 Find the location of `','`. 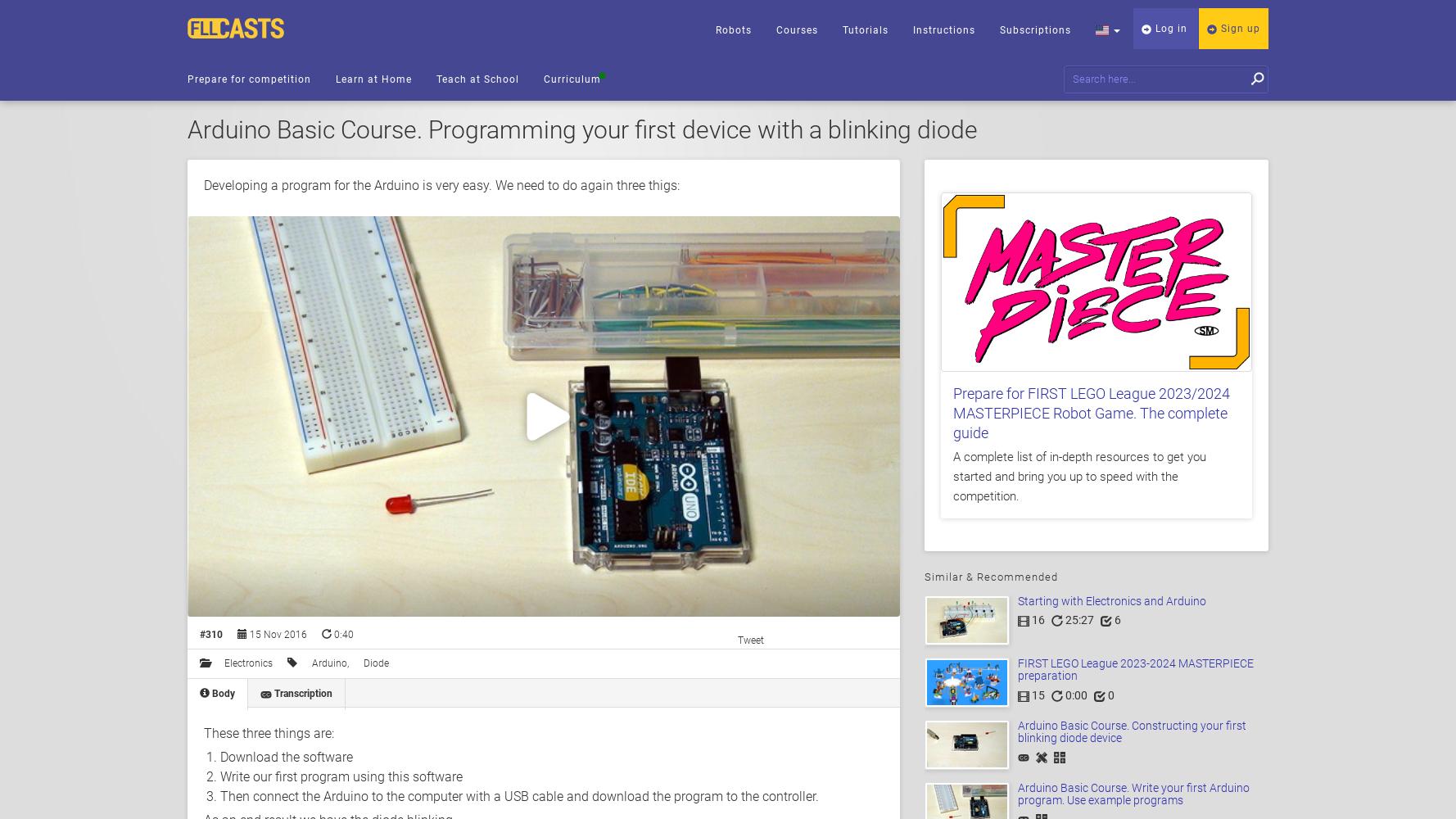

',' is located at coordinates (349, 663).